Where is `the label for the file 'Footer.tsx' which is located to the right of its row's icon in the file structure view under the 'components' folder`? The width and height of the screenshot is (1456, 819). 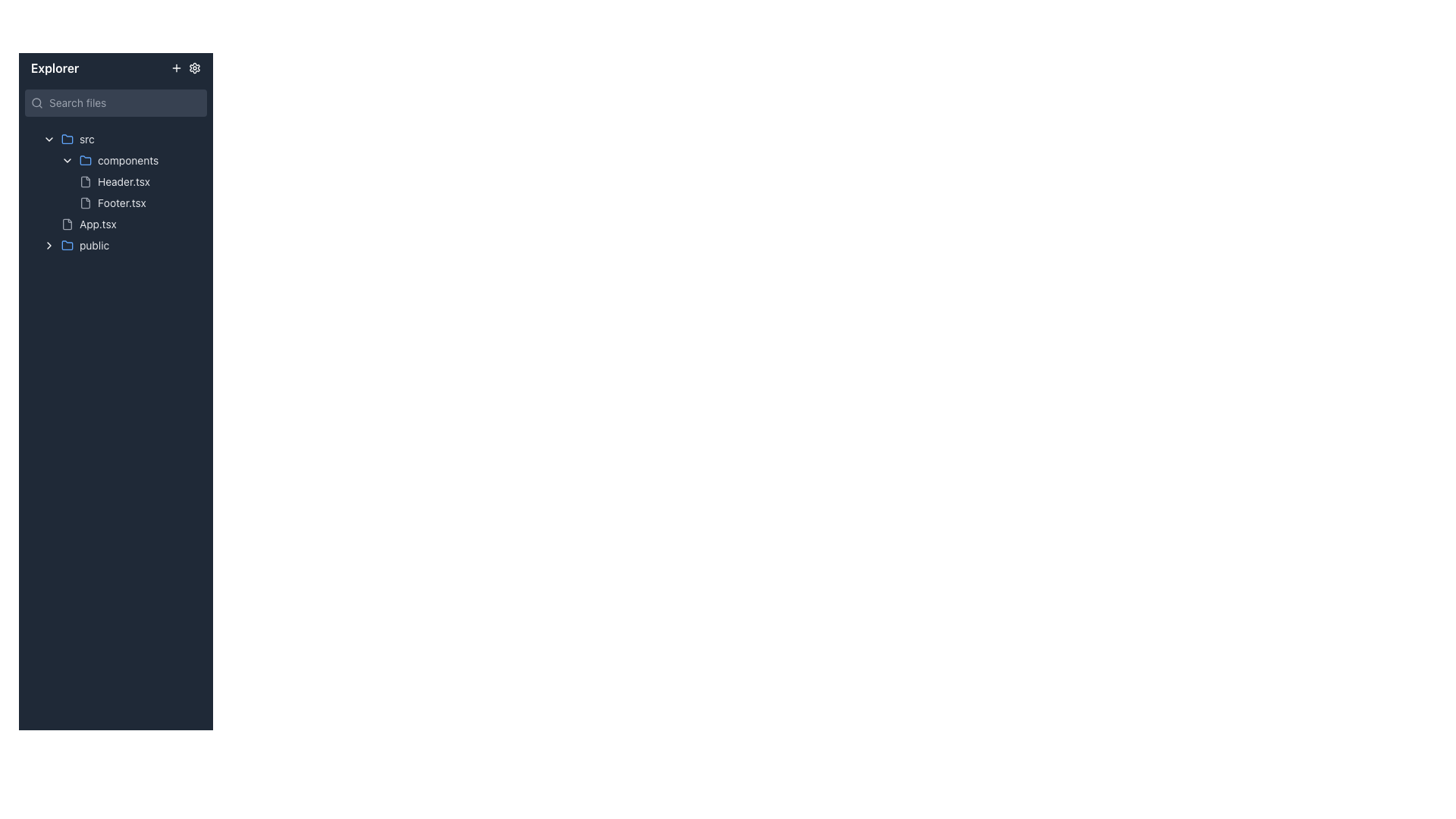
the label for the file 'Footer.tsx' which is located to the right of its row's icon in the file structure view under the 'components' folder is located at coordinates (121, 202).